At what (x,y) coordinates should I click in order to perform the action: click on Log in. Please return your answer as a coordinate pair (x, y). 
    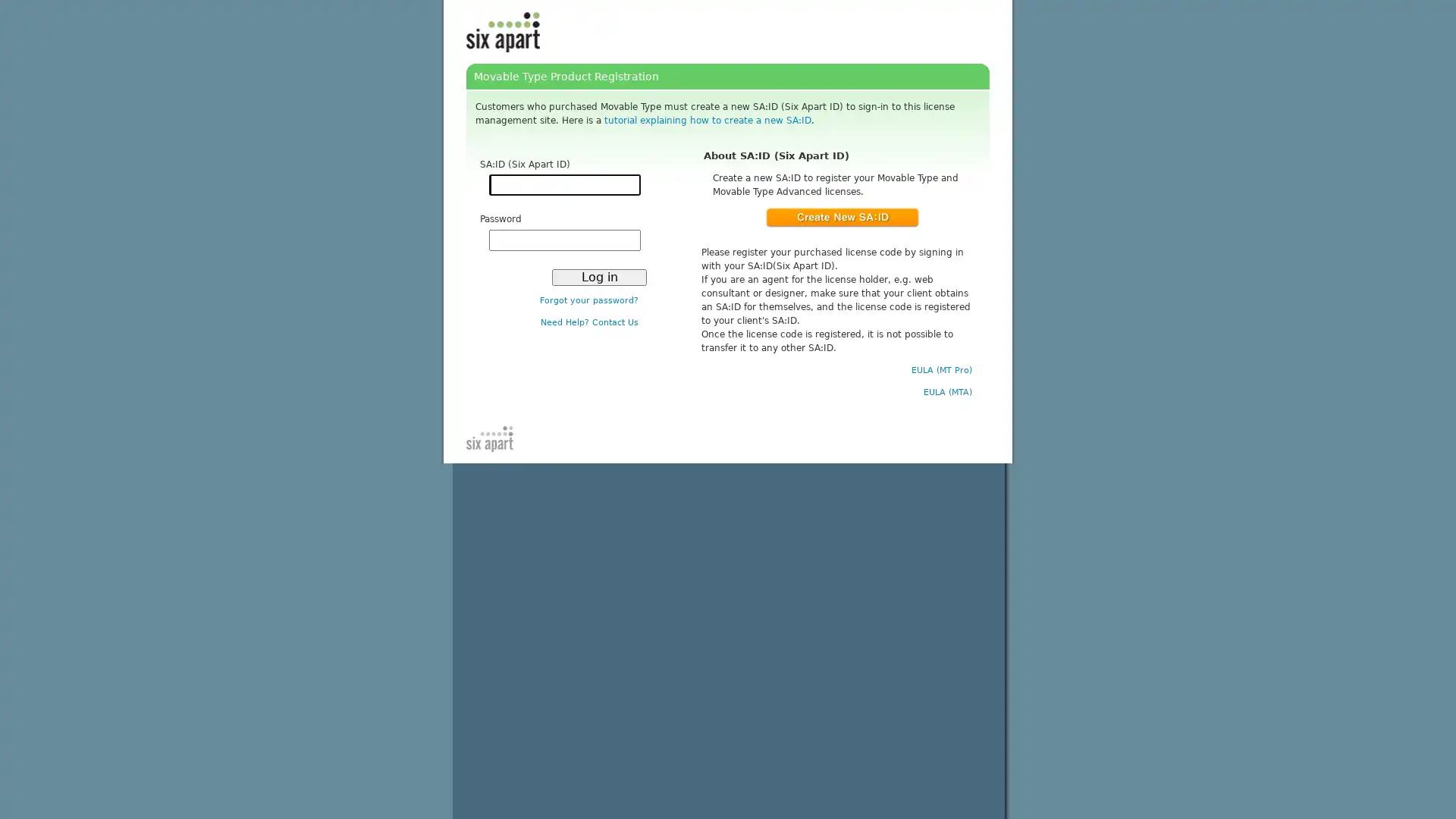
    Looking at the image, I should click on (598, 277).